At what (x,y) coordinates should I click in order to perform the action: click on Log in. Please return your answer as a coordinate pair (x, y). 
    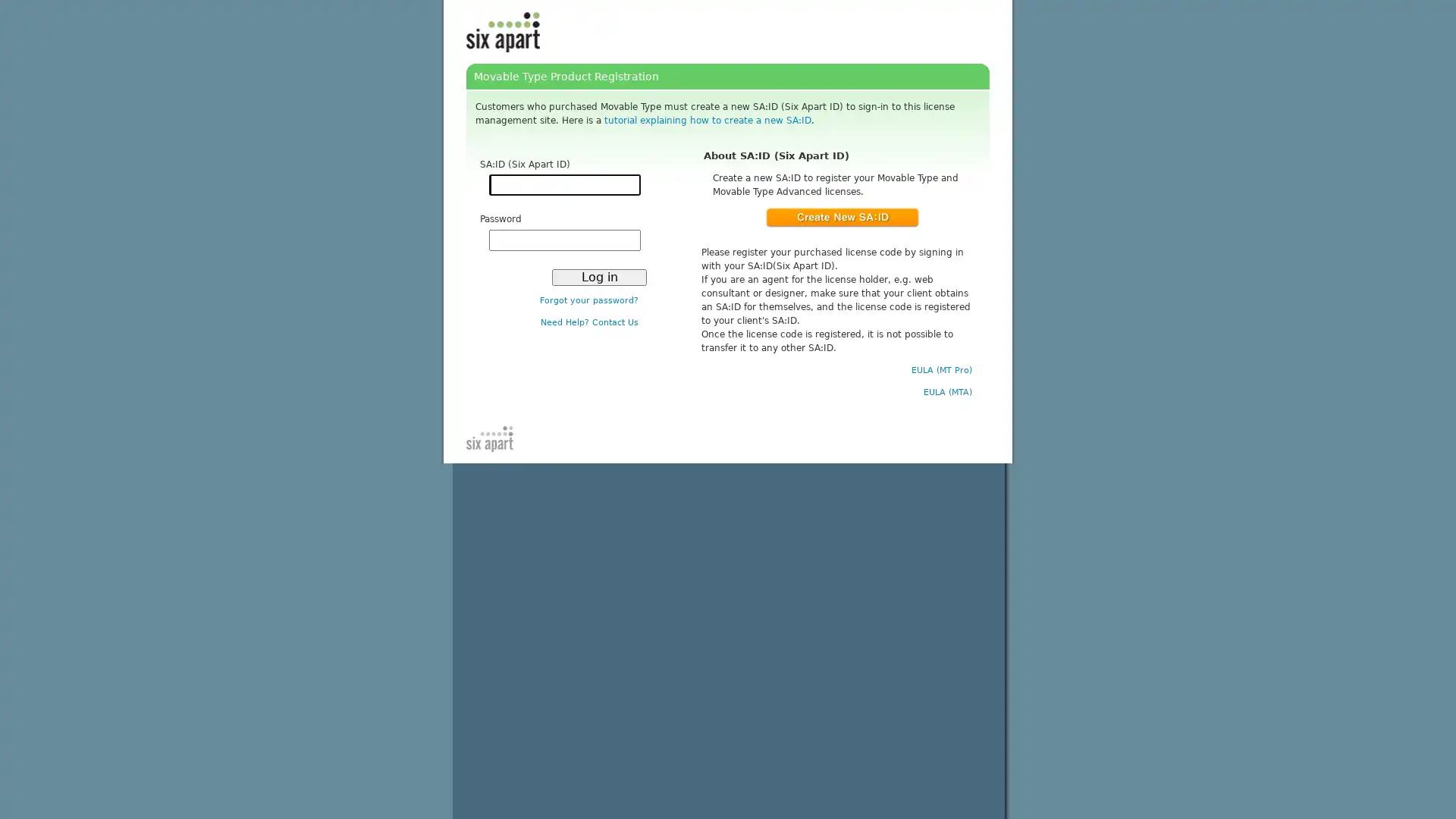
    Looking at the image, I should click on (598, 277).